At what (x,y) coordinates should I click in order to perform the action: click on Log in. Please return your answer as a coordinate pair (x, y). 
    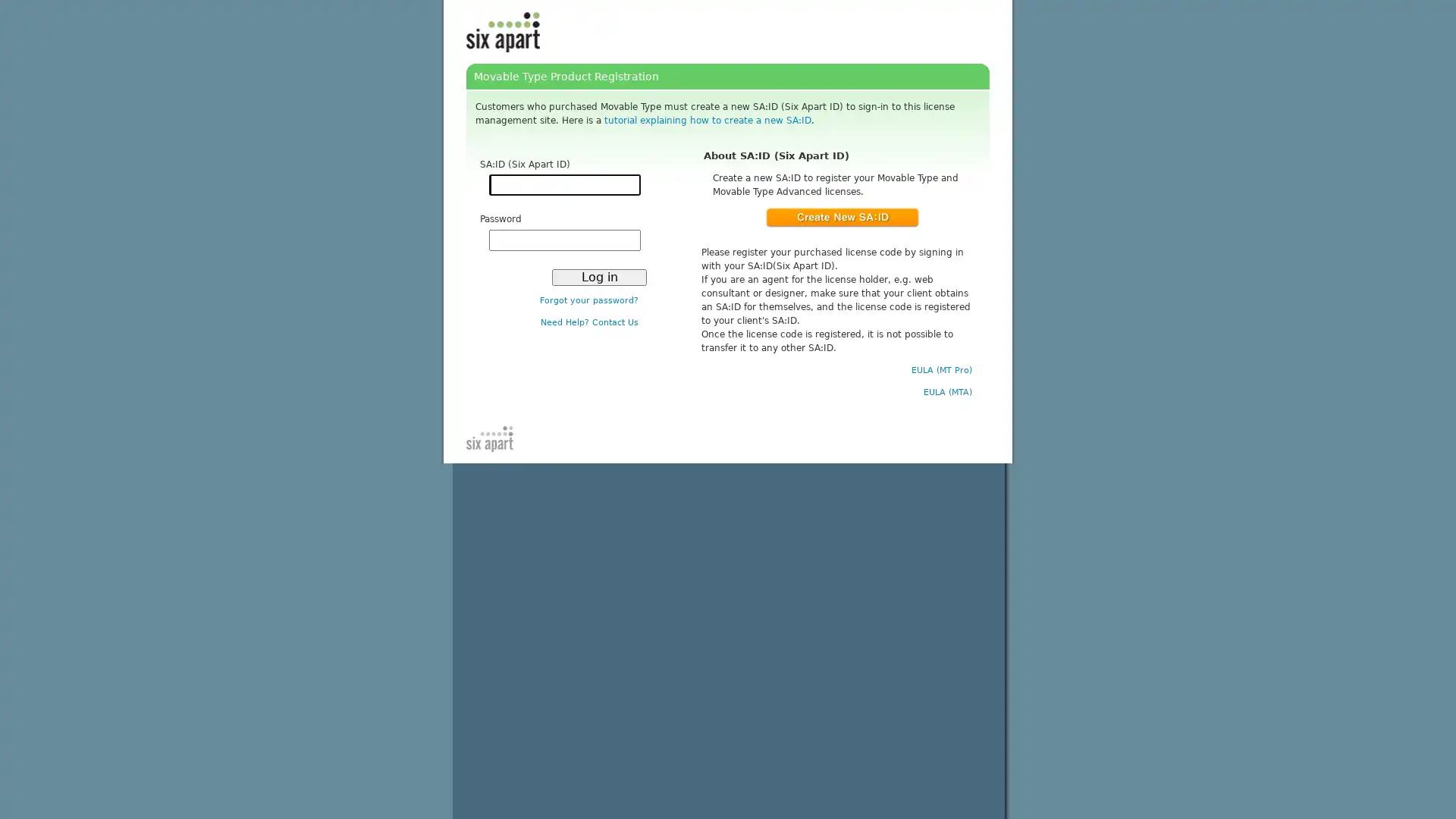
    Looking at the image, I should click on (598, 277).